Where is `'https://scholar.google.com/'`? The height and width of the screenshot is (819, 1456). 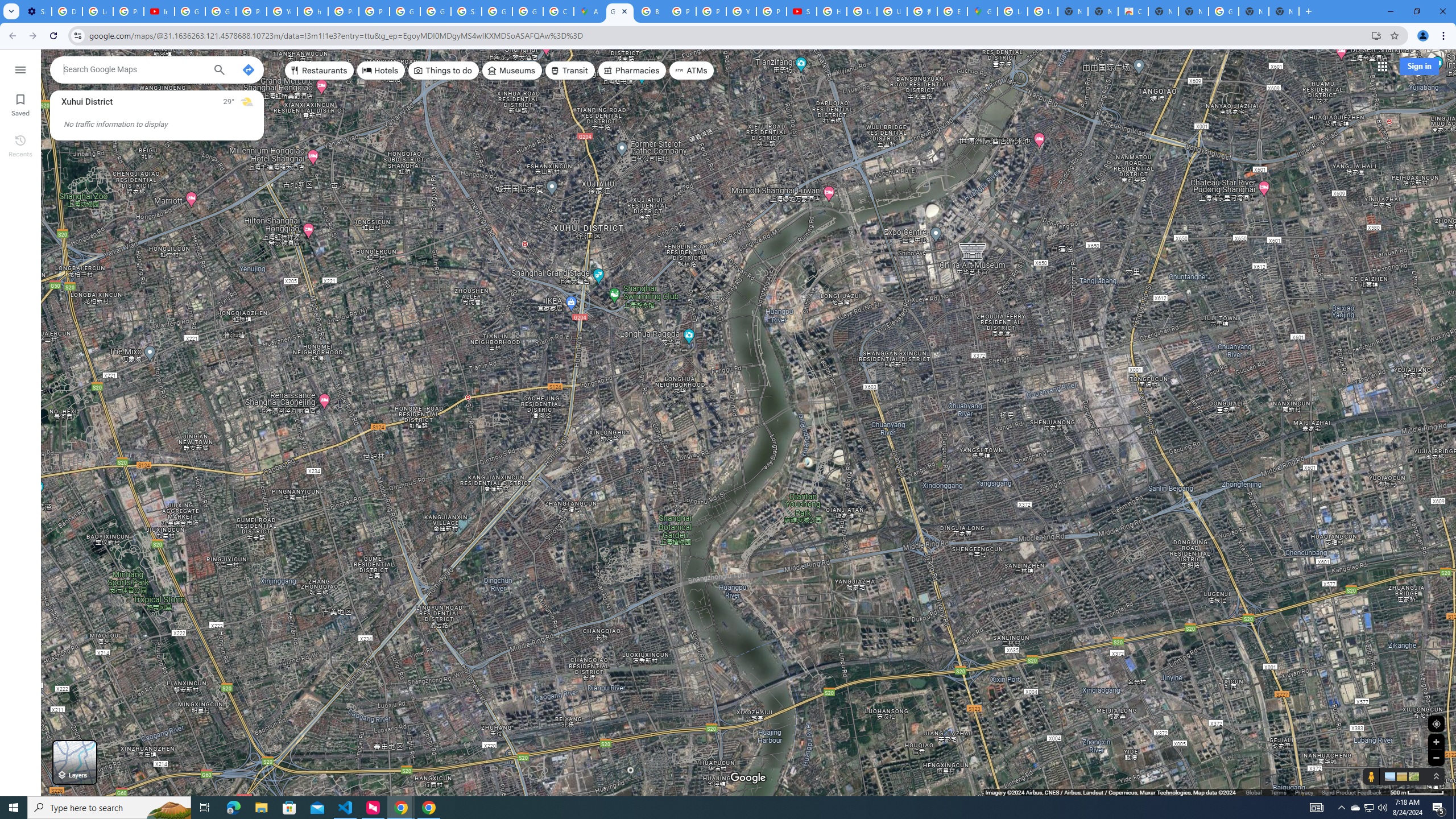 'https://scholar.google.com/' is located at coordinates (313, 11).